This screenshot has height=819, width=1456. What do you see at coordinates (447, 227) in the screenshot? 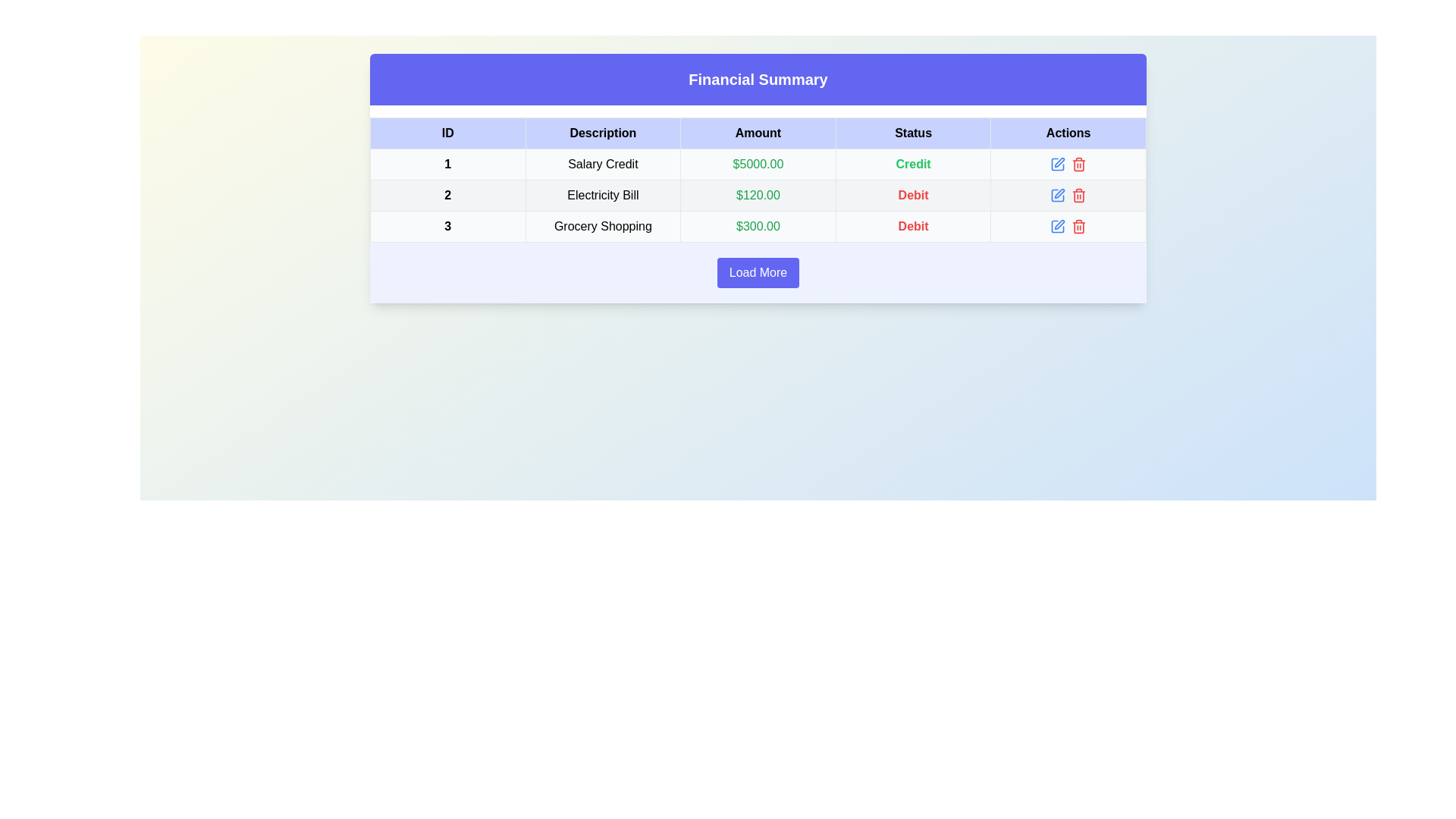
I see `the Table cell representing the identifier for the third entry in the financial summary table` at bounding box center [447, 227].